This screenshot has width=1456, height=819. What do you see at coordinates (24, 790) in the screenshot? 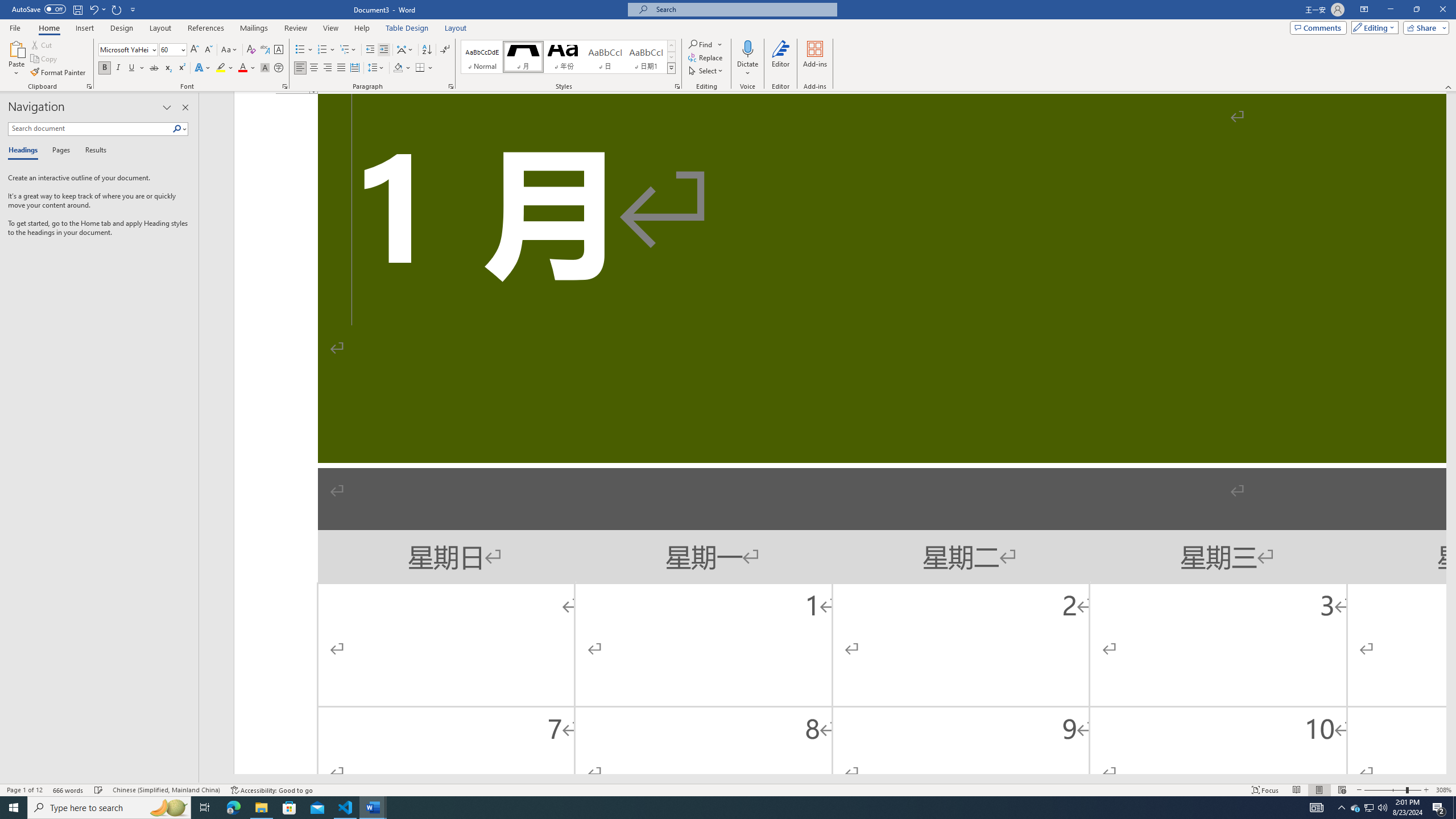
I see `'Page Number Page 1 of 12'` at bounding box center [24, 790].